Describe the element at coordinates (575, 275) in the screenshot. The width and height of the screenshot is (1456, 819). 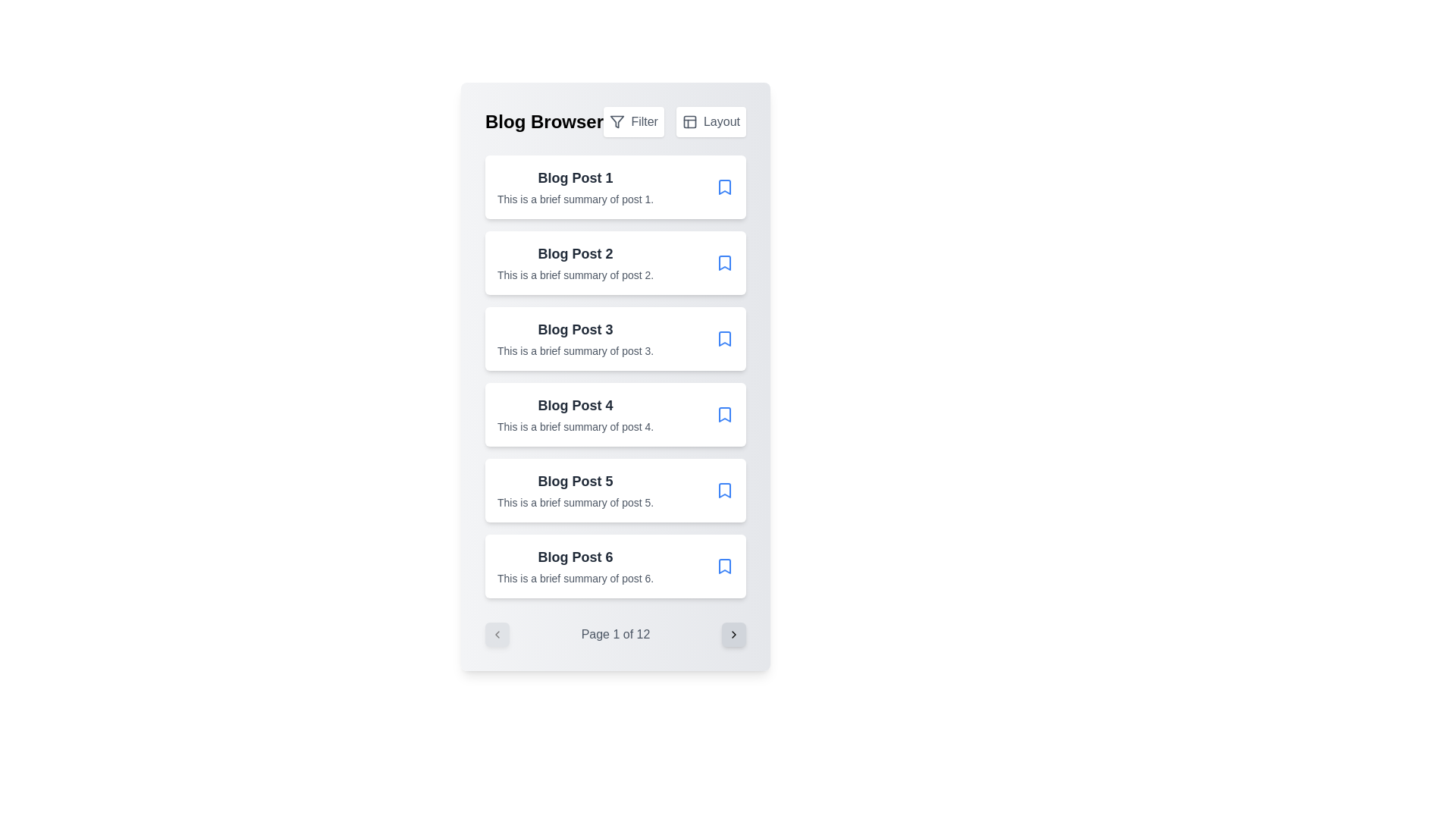
I see `text block styled in small gray font and italicized, containing the content: 'This is a brief summary of post 2.', located below the title 'Blog Post 2' in the second entry of a list of blog posts` at that location.